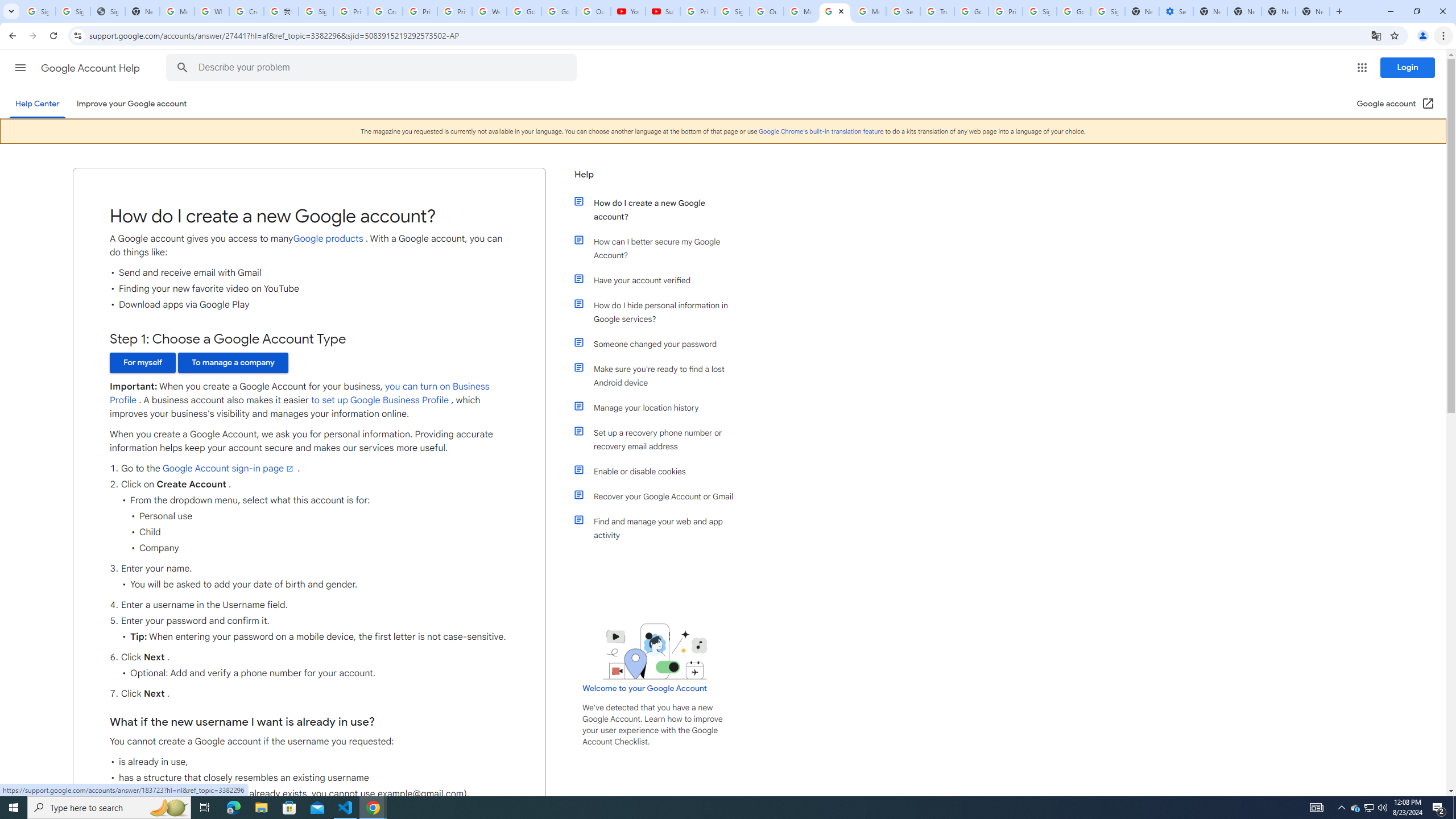 Image resolution: width=1456 pixels, height=819 pixels. What do you see at coordinates (1407, 67) in the screenshot?
I see `'Login'` at bounding box center [1407, 67].